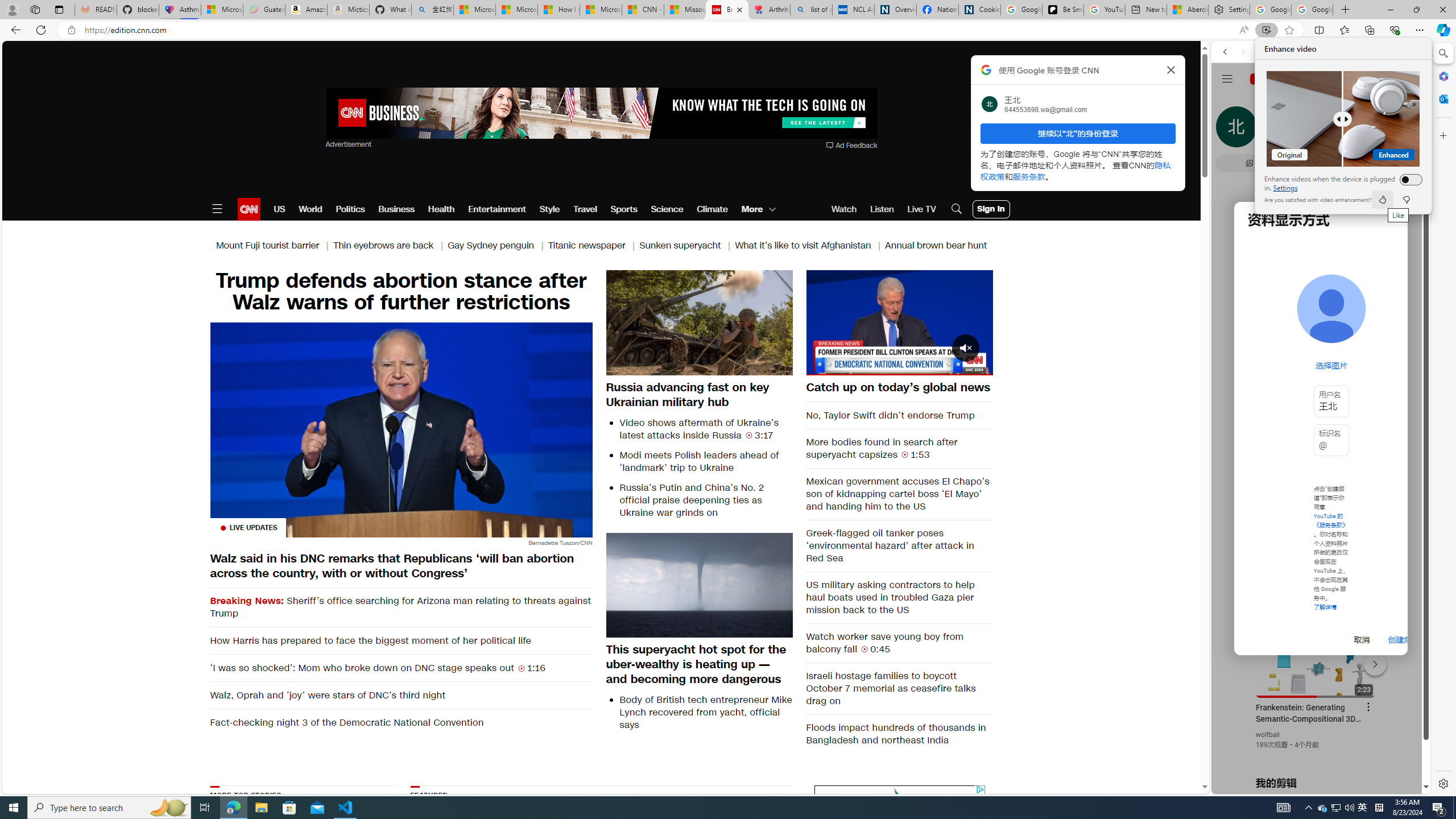 Image resolution: width=1456 pixels, height=819 pixels. What do you see at coordinates (810, 9) in the screenshot?
I see `'list of asthma inhalers uk - Search'` at bounding box center [810, 9].